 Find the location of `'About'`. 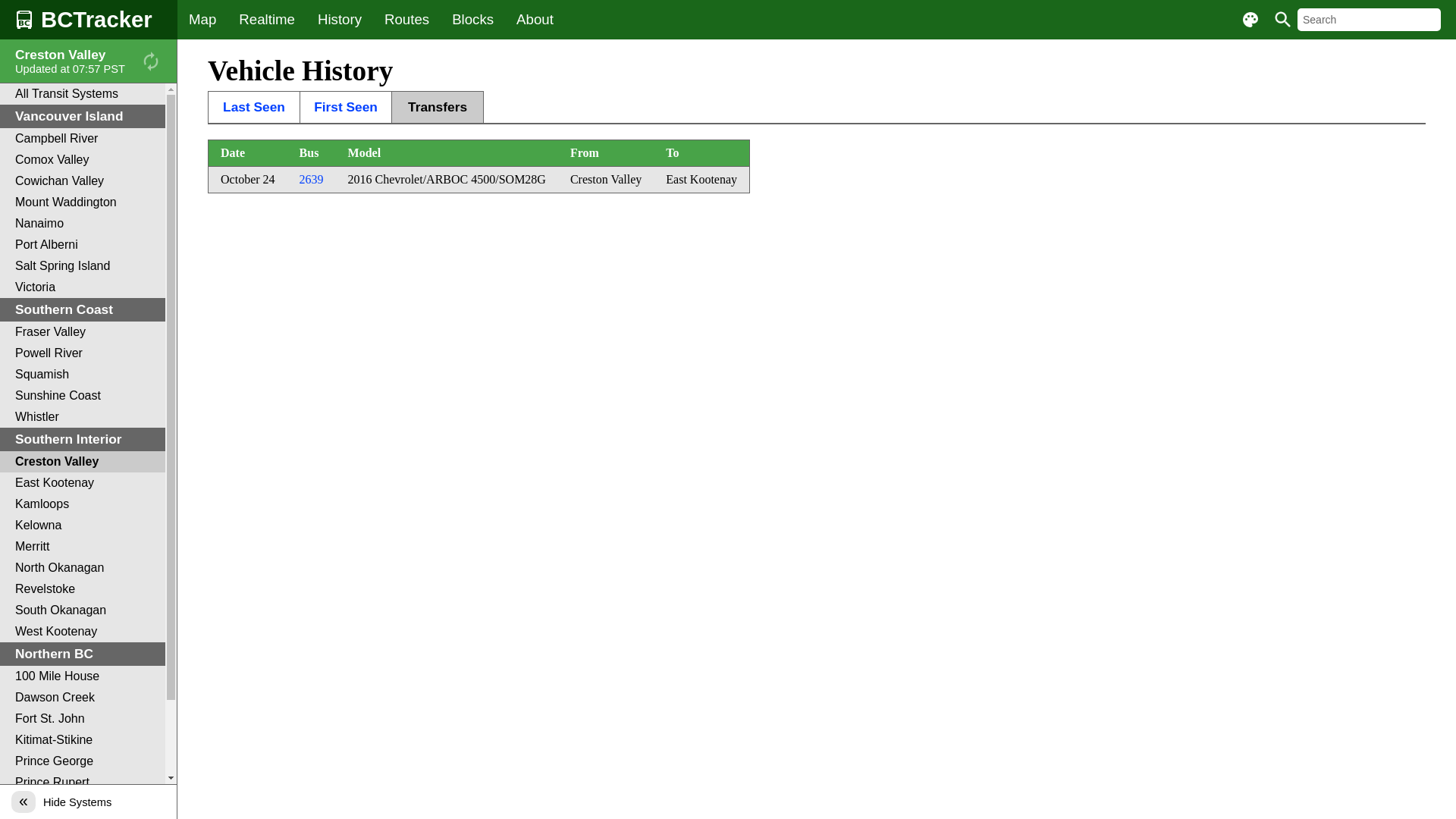

'About' is located at coordinates (535, 20).